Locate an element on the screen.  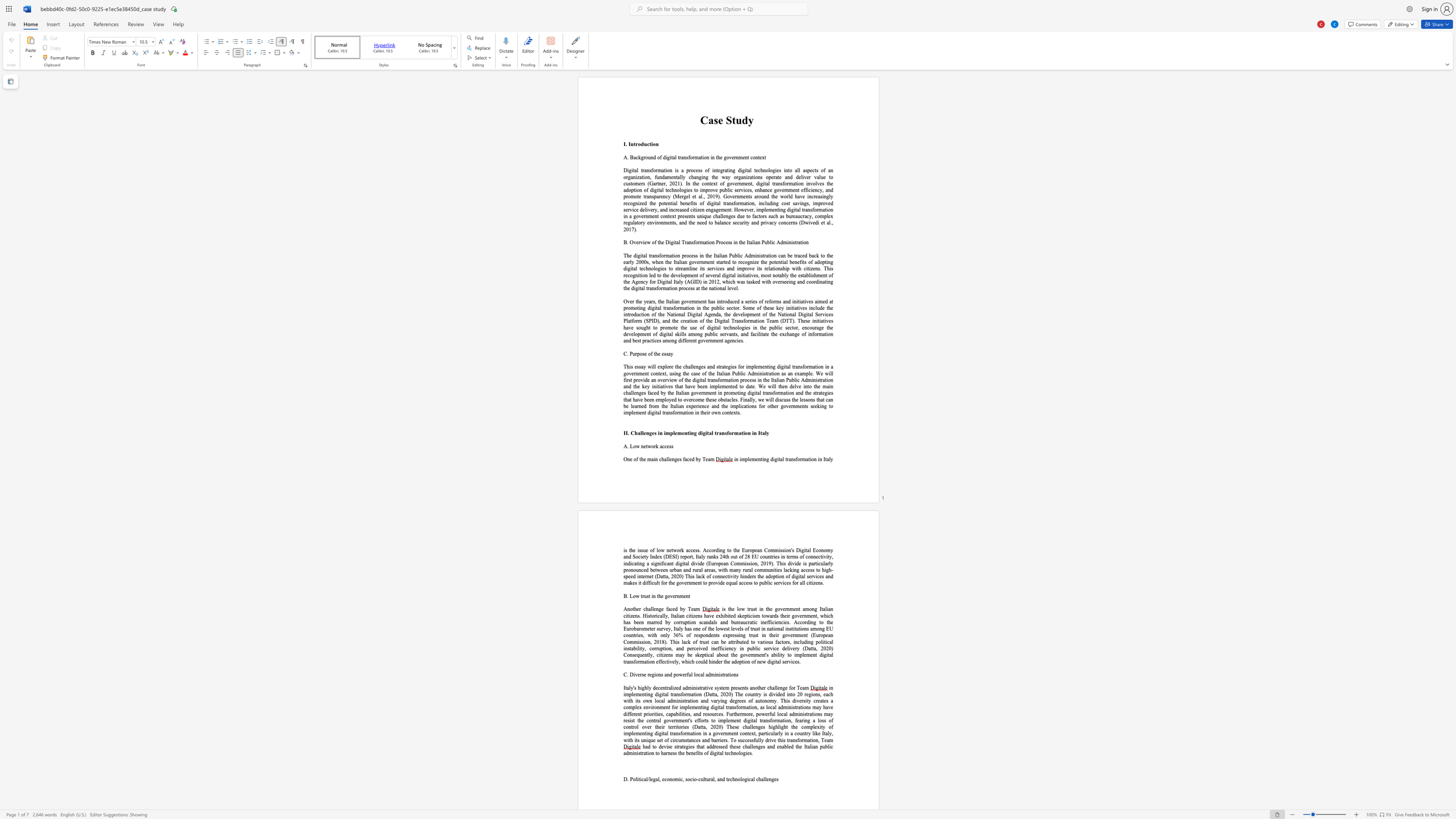
the 2th character "e" in the text is located at coordinates (645, 241).